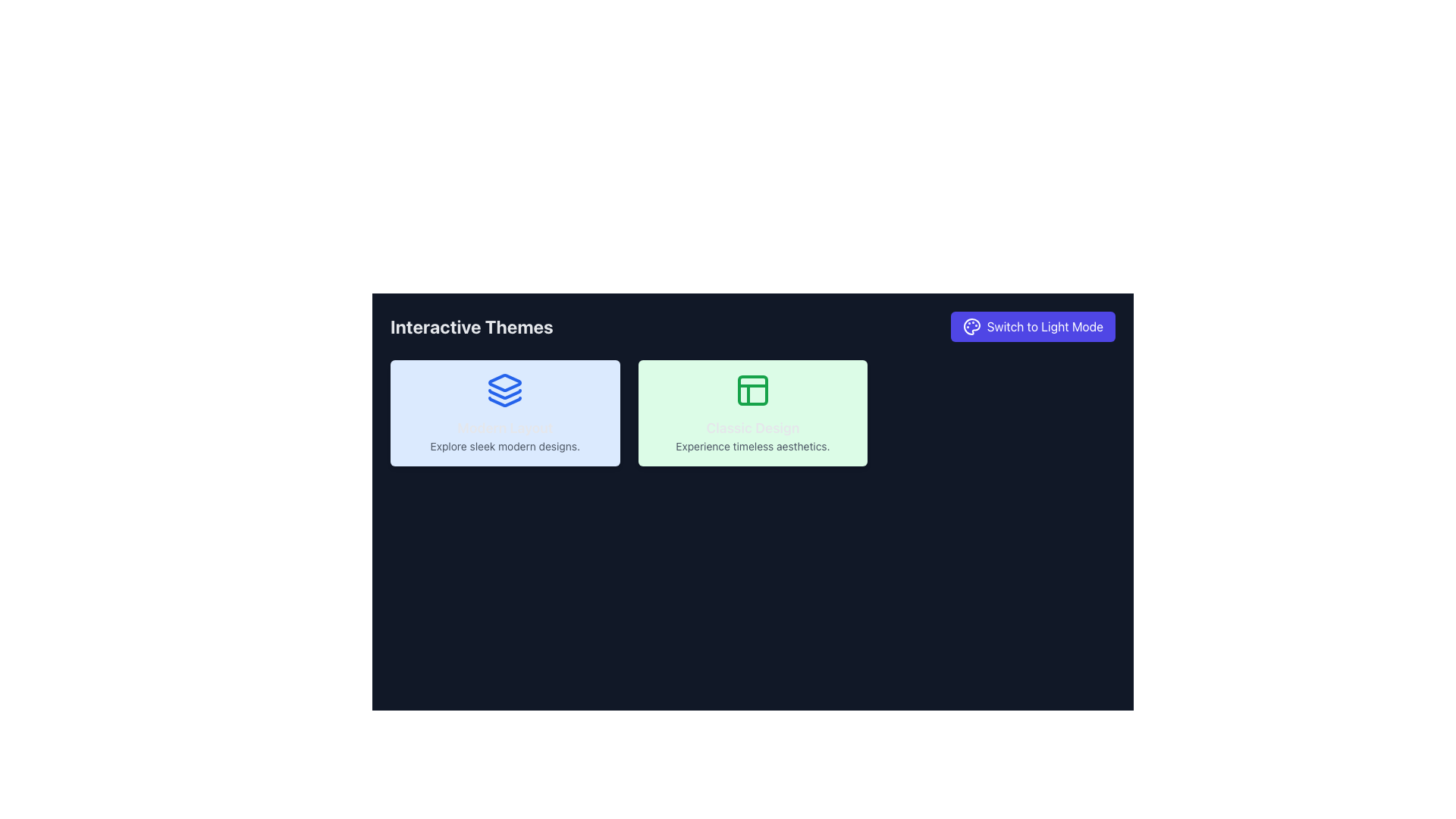 This screenshot has width=1456, height=819. I want to click on the Decorative Icon, which is a vibrant blue layered stack-like icon located at the top of the 'Modern Layout' card in the 'Interactive Themes' section, so click(505, 390).